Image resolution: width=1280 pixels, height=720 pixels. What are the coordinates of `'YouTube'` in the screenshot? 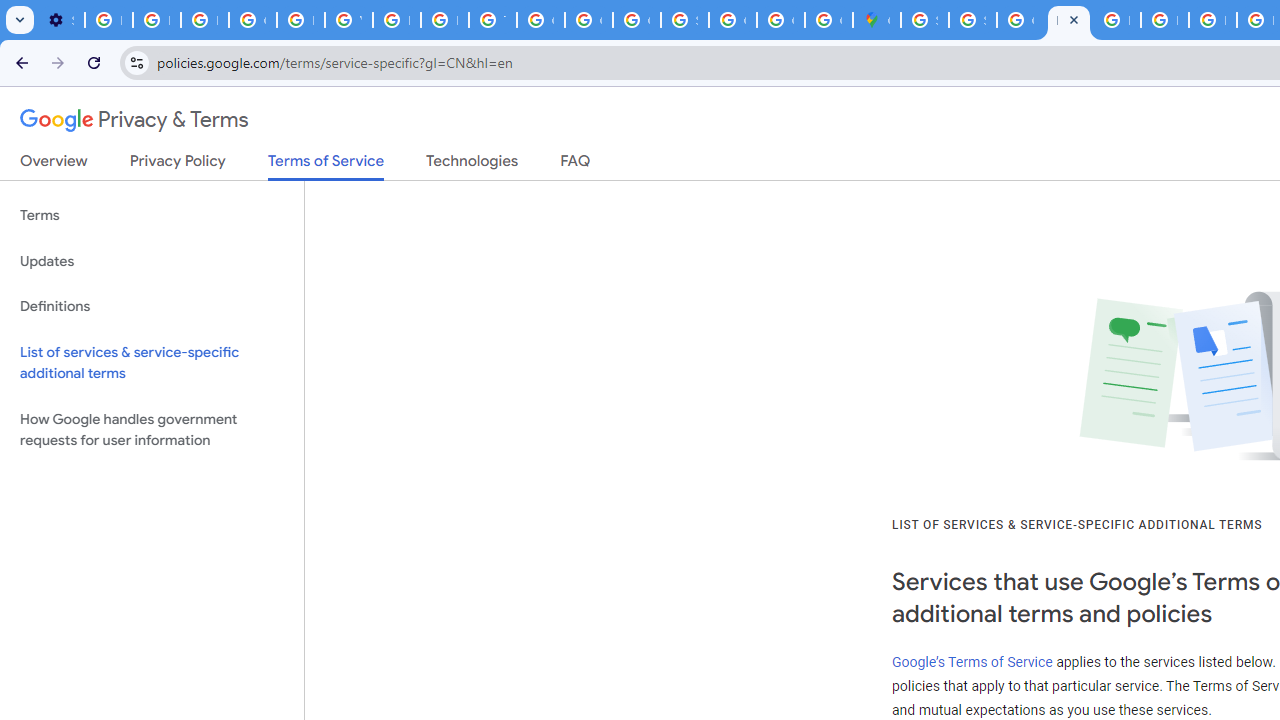 It's located at (348, 20).